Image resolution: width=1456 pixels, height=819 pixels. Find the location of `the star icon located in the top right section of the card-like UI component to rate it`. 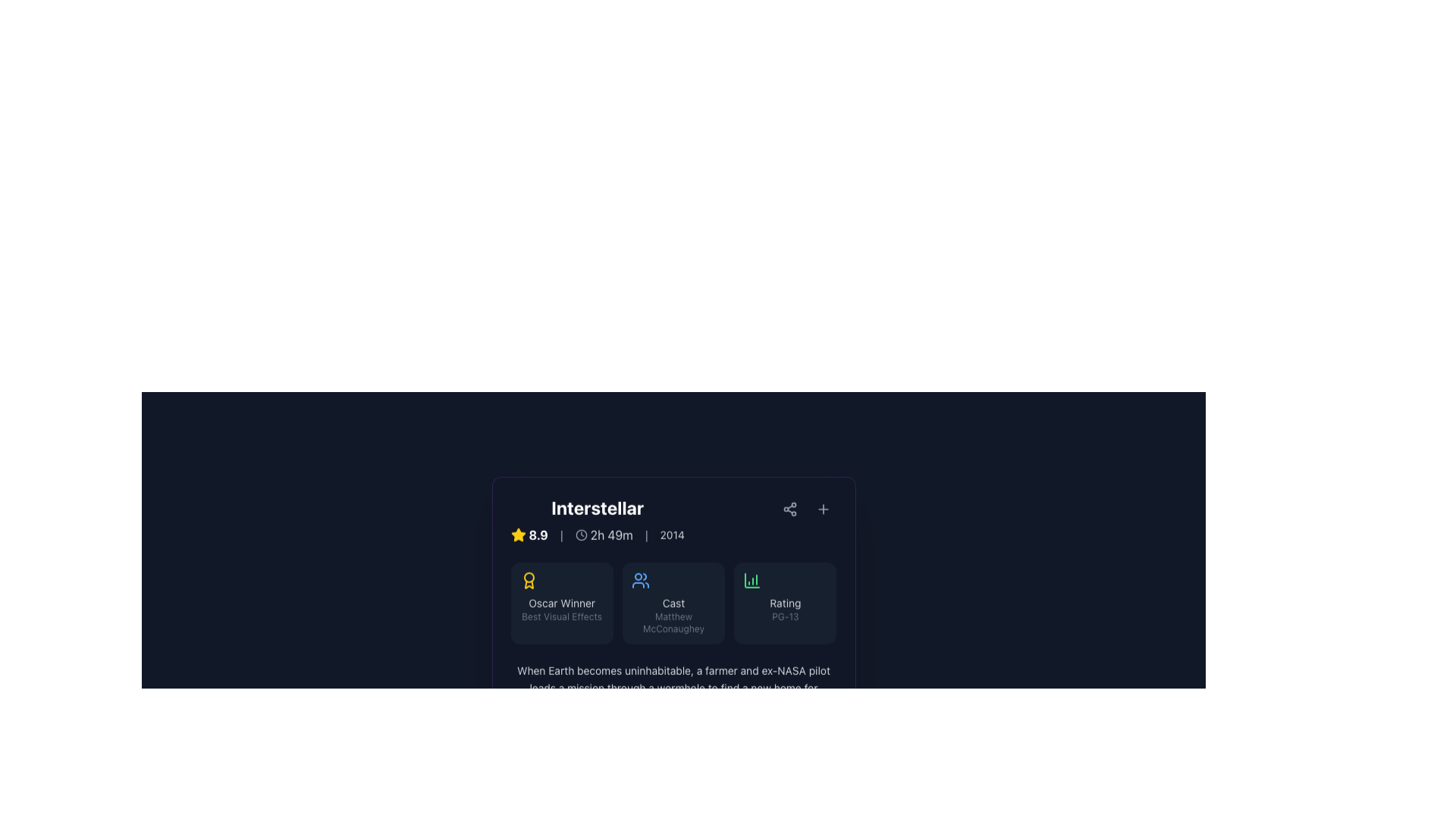

the star icon located in the top right section of the card-like UI component to rate it is located at coordinates (518, 534).